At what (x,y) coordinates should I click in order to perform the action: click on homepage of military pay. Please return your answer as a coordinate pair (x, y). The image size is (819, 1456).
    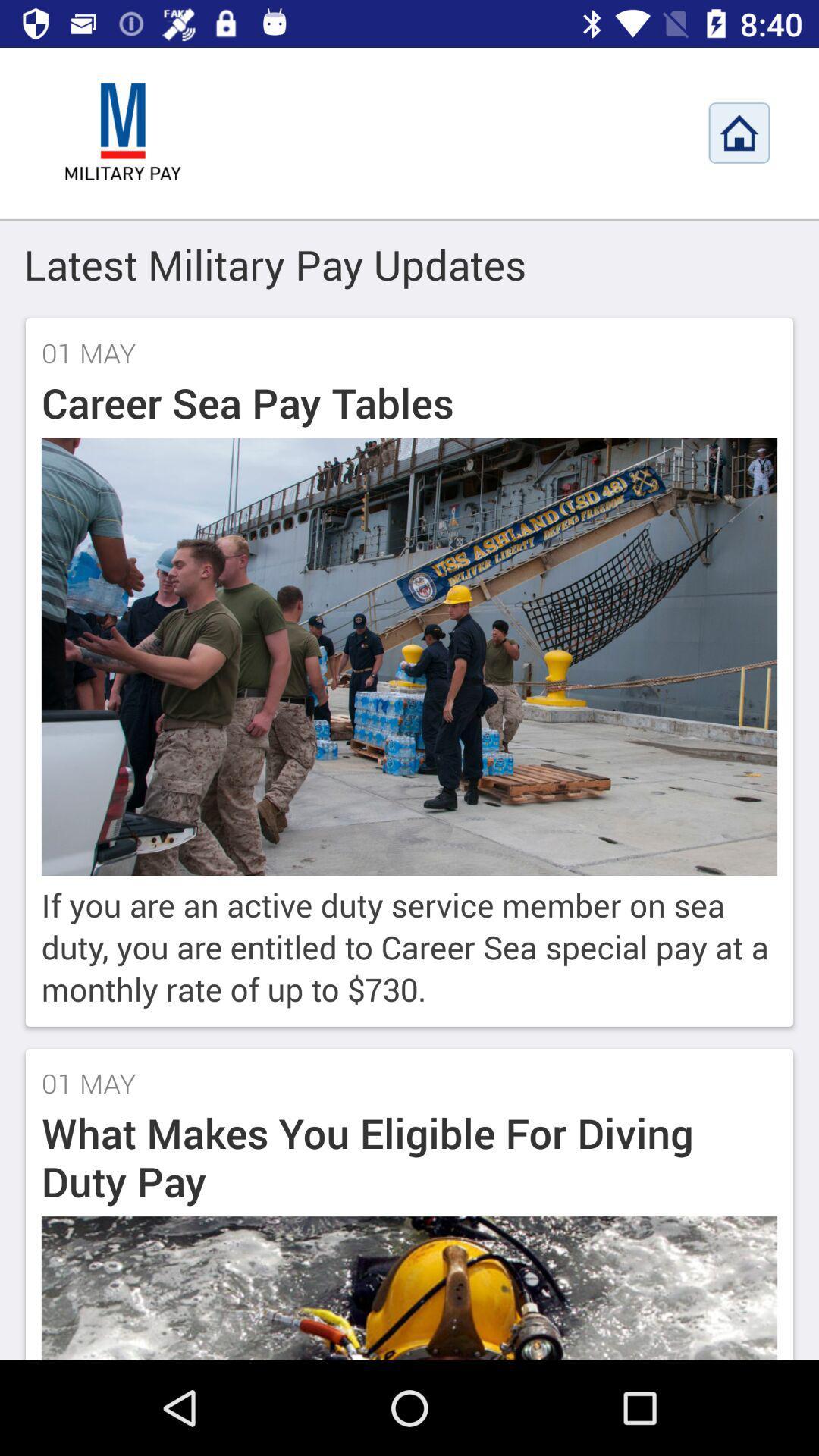
    Looking at the image, I should click on (739, 133).